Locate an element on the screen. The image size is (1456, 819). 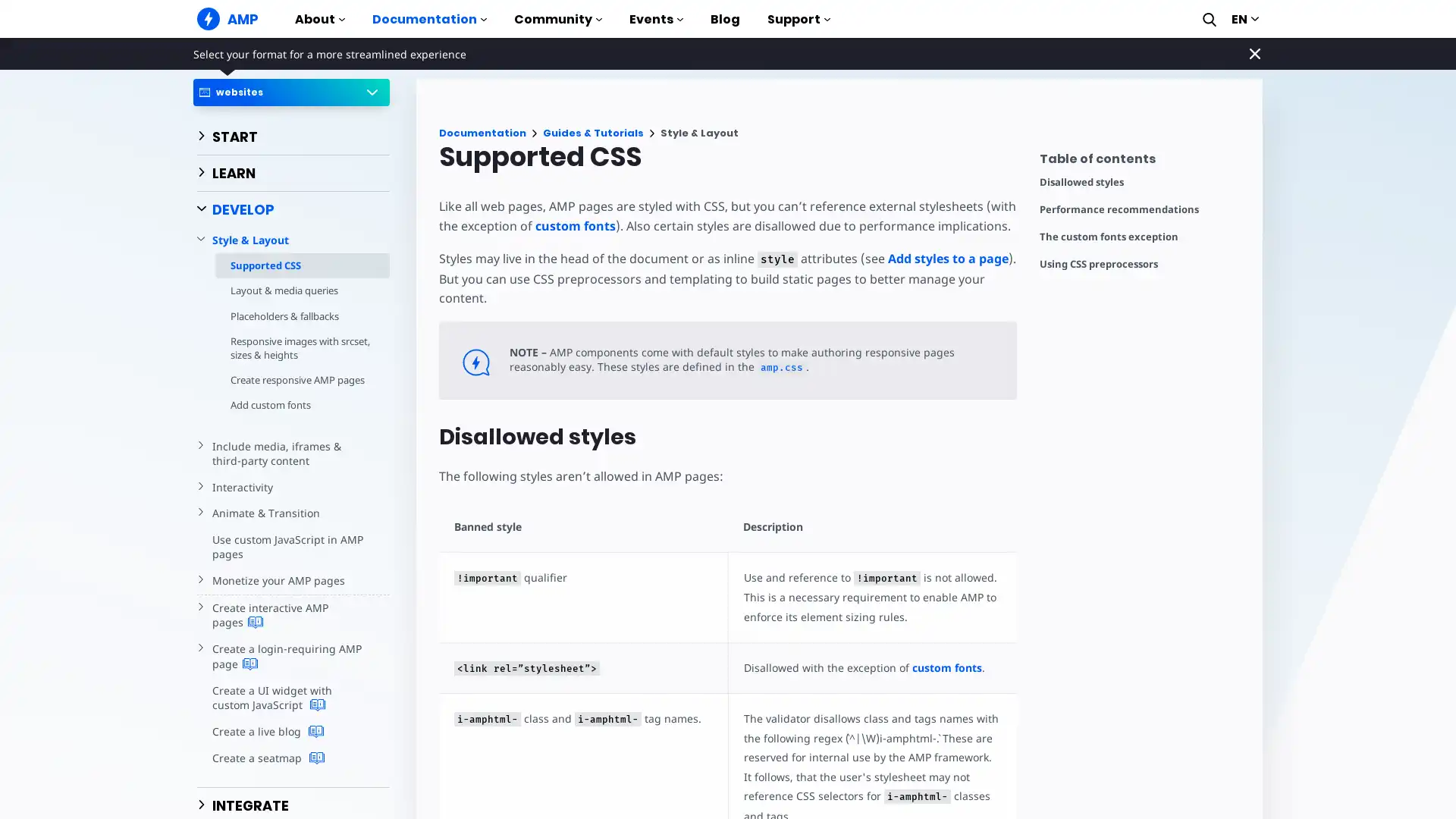
Community is located at coordinates (557, 24).